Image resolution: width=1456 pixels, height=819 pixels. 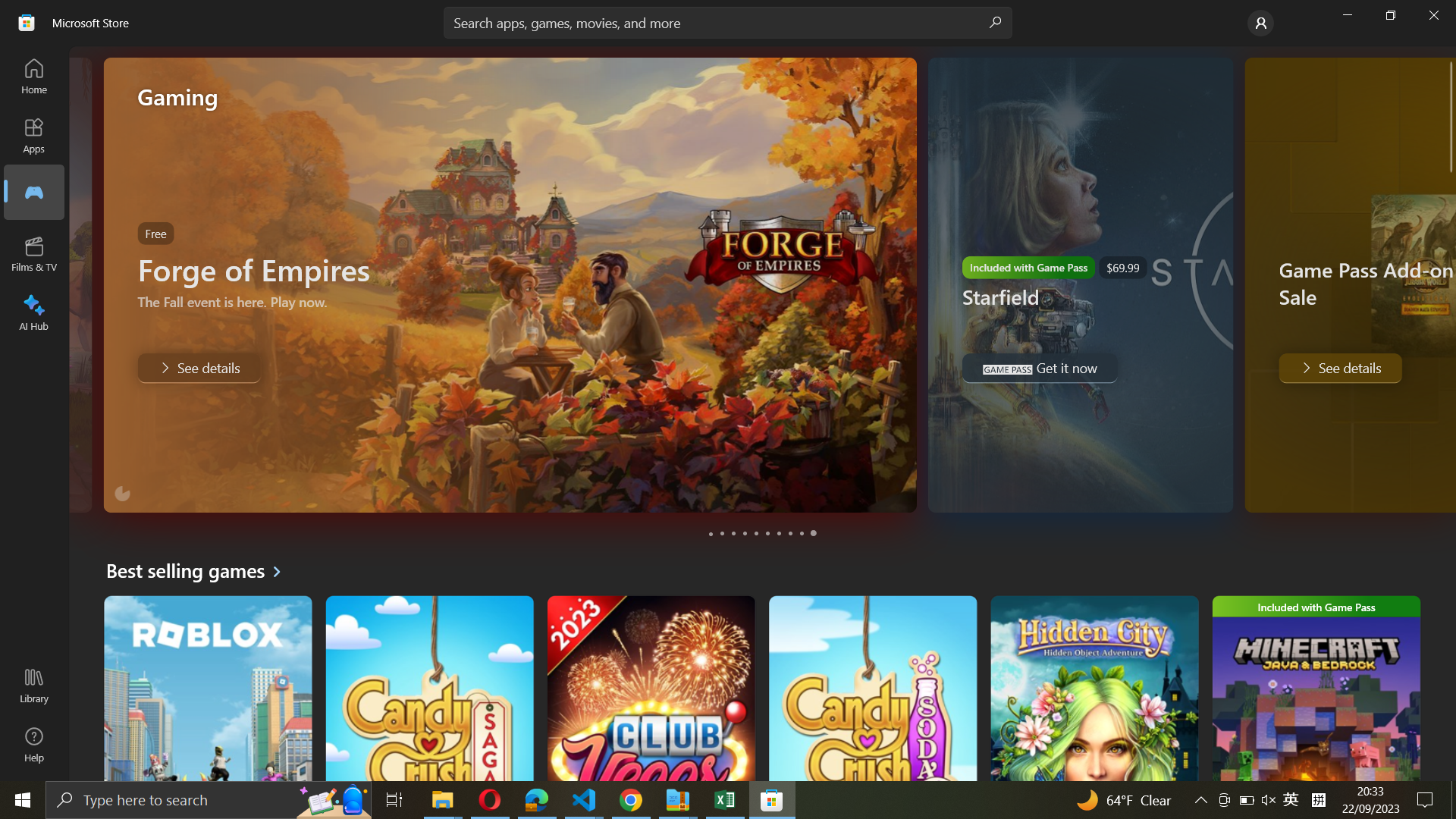 What do you see at coordinates (33, 745) in the screenshot?
I see `the "Help" option in the menu` at bounding box center [33, 745].